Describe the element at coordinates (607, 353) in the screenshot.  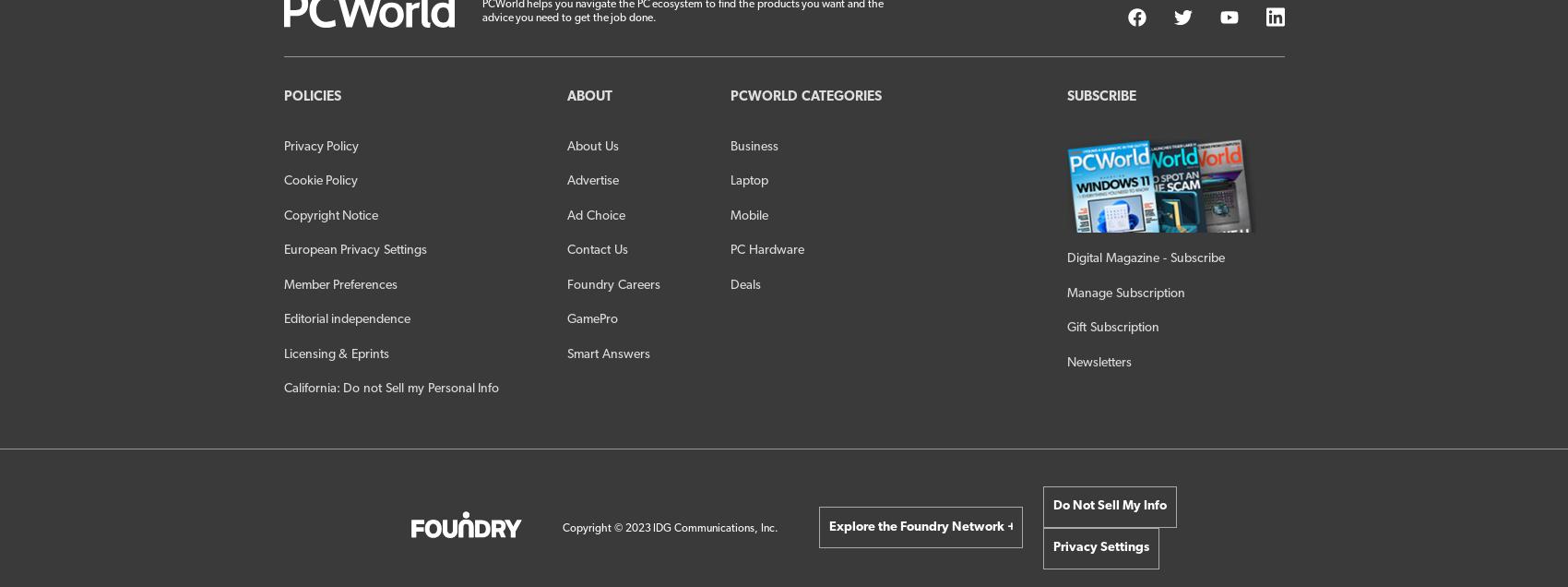
I see `'Smart Answers'` at that location.